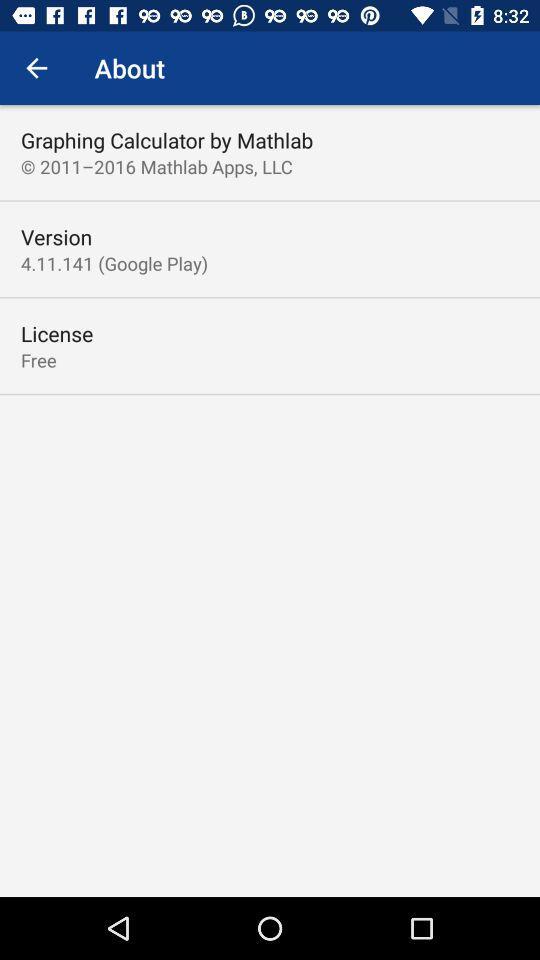  I want to click on the icon above the graphing calculator by item, so click(36, 68).